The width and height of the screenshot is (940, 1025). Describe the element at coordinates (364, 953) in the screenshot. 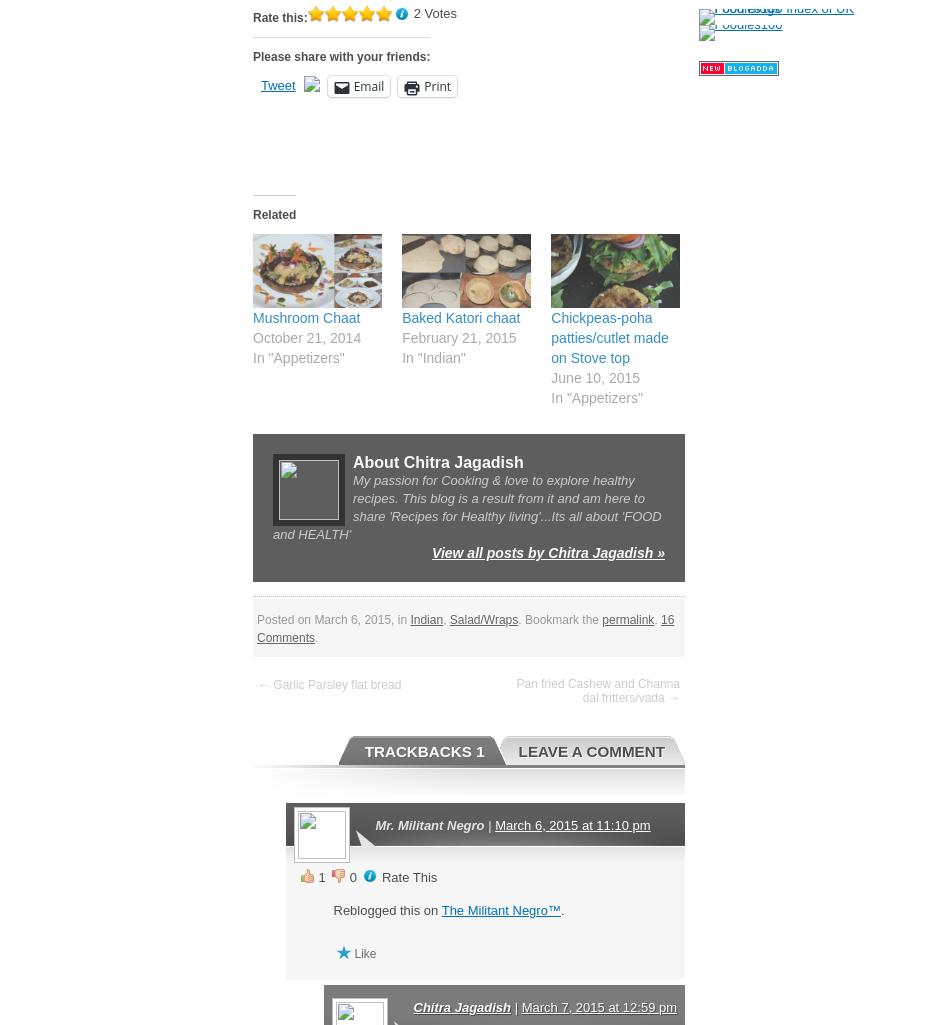

I see `'Like'` at that location.